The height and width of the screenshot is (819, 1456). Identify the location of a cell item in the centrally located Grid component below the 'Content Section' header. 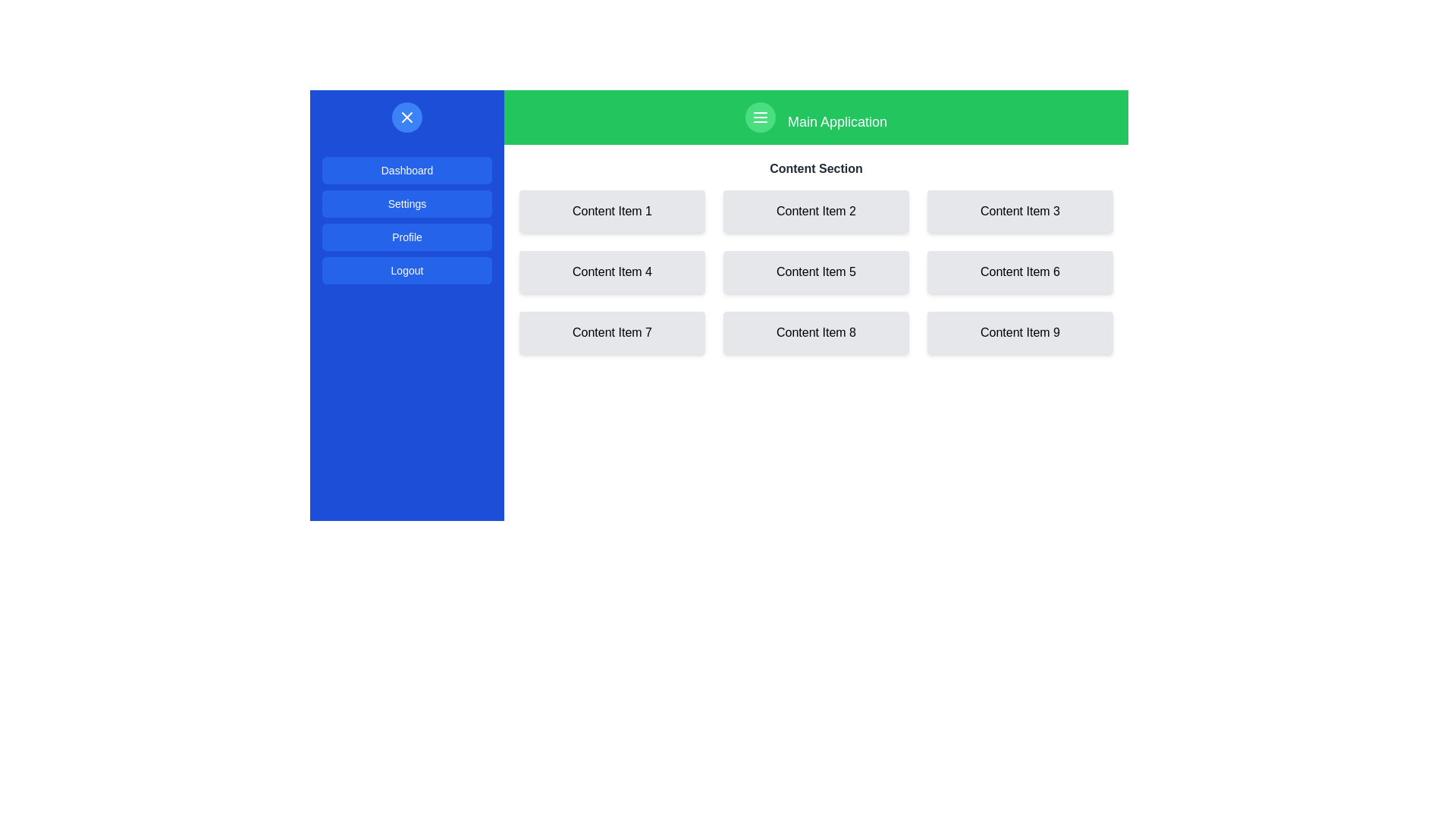
(815, 271).